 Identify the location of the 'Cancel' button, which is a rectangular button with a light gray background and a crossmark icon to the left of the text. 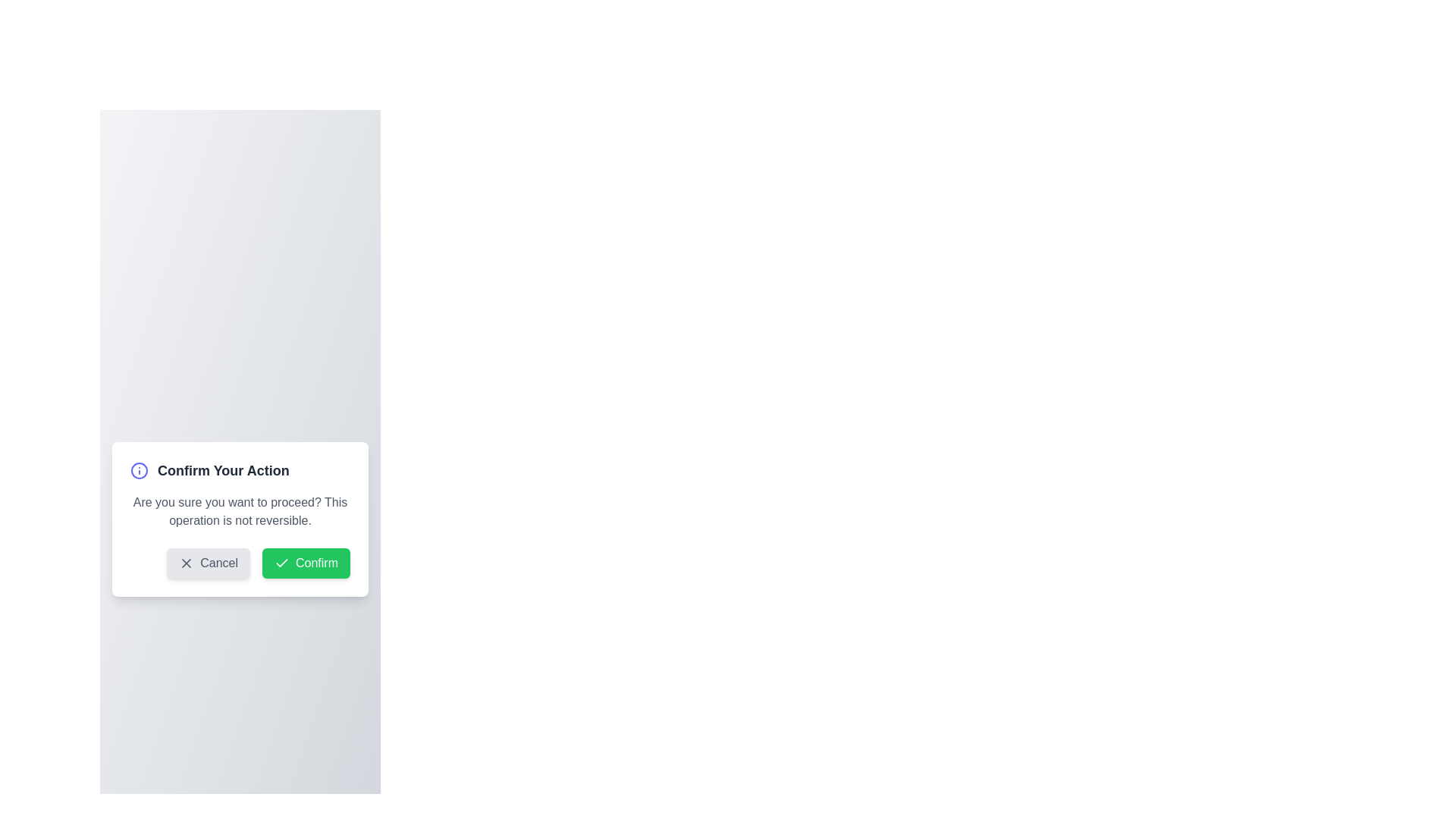
(208, 563).